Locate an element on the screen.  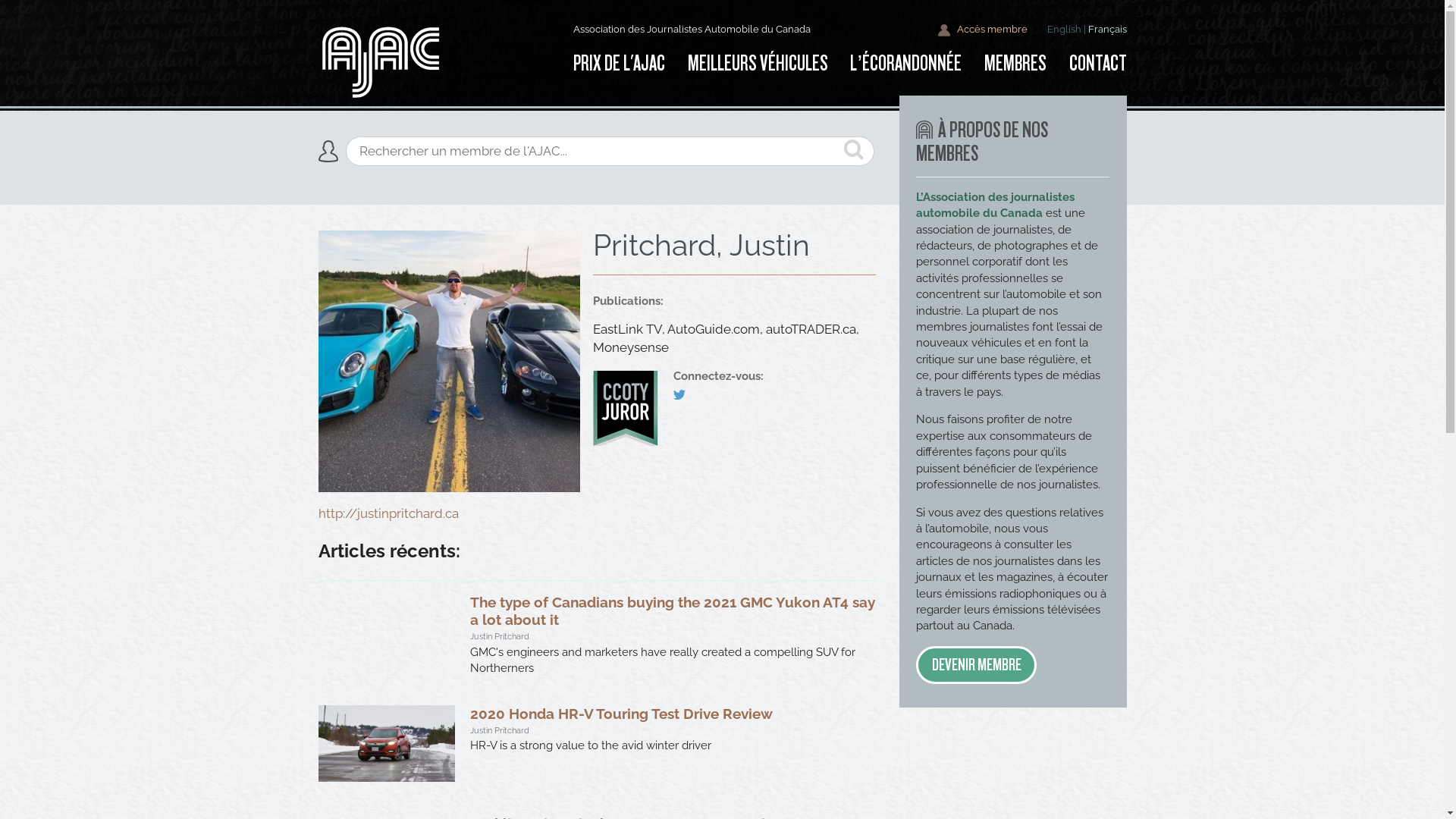
'MEMBRES' is located at coordinates (972, 62).